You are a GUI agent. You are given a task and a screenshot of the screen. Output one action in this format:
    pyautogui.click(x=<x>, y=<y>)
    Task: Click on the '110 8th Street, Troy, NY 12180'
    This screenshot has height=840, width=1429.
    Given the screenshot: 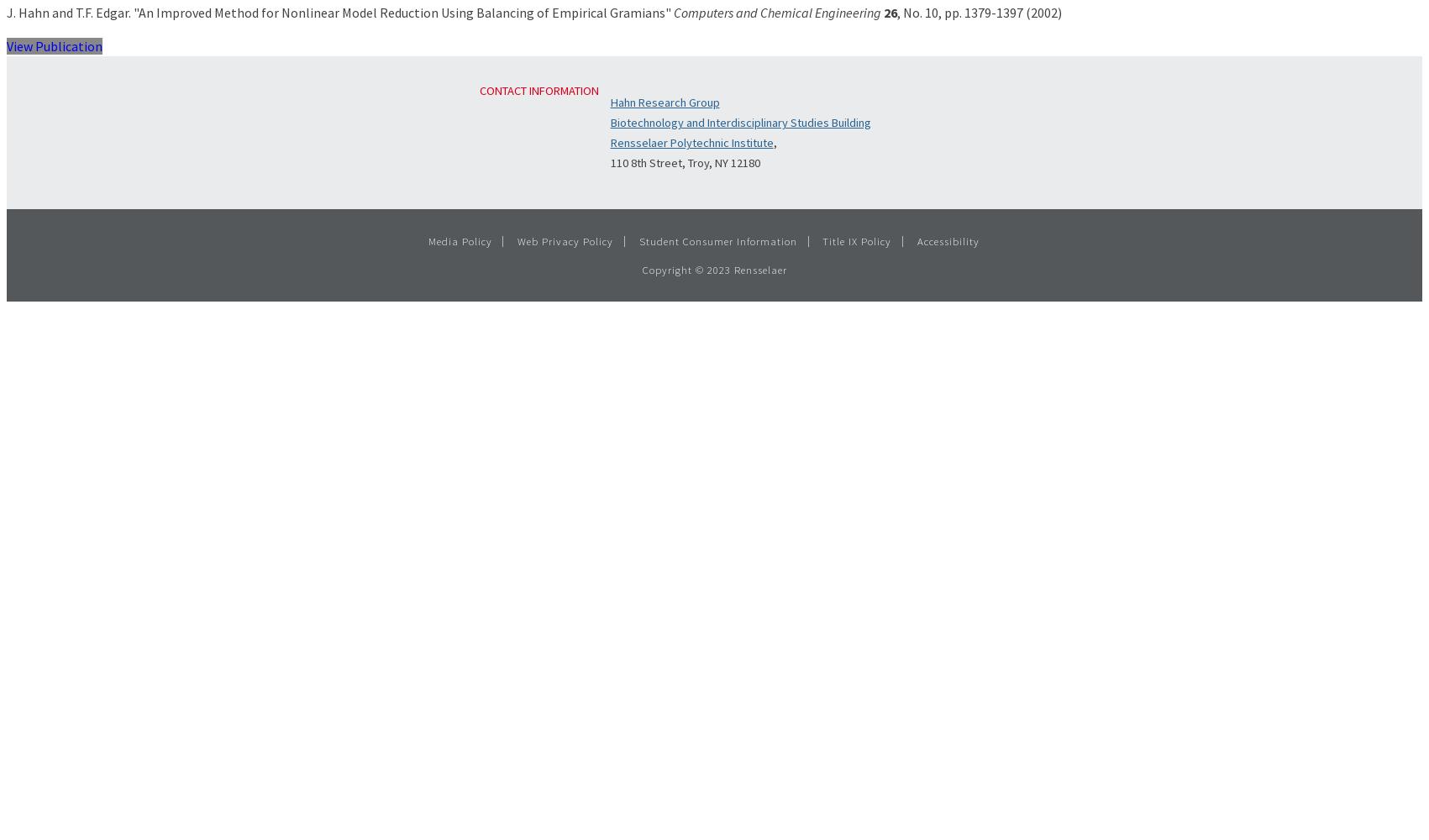 What is the action you would take?
    pyautogui.click(x=684, y=162)
    